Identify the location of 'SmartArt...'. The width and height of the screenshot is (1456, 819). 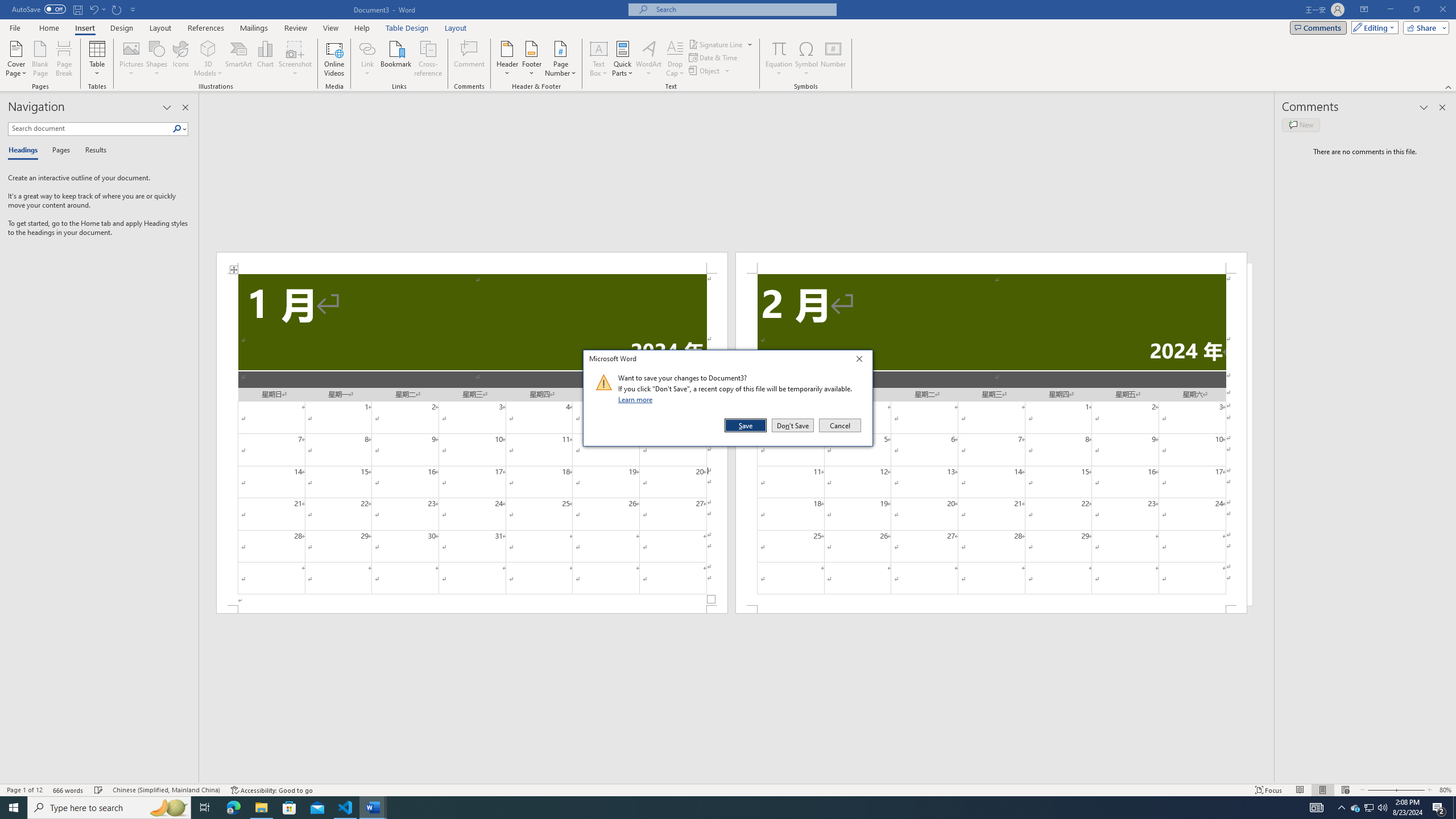
(238, 59).